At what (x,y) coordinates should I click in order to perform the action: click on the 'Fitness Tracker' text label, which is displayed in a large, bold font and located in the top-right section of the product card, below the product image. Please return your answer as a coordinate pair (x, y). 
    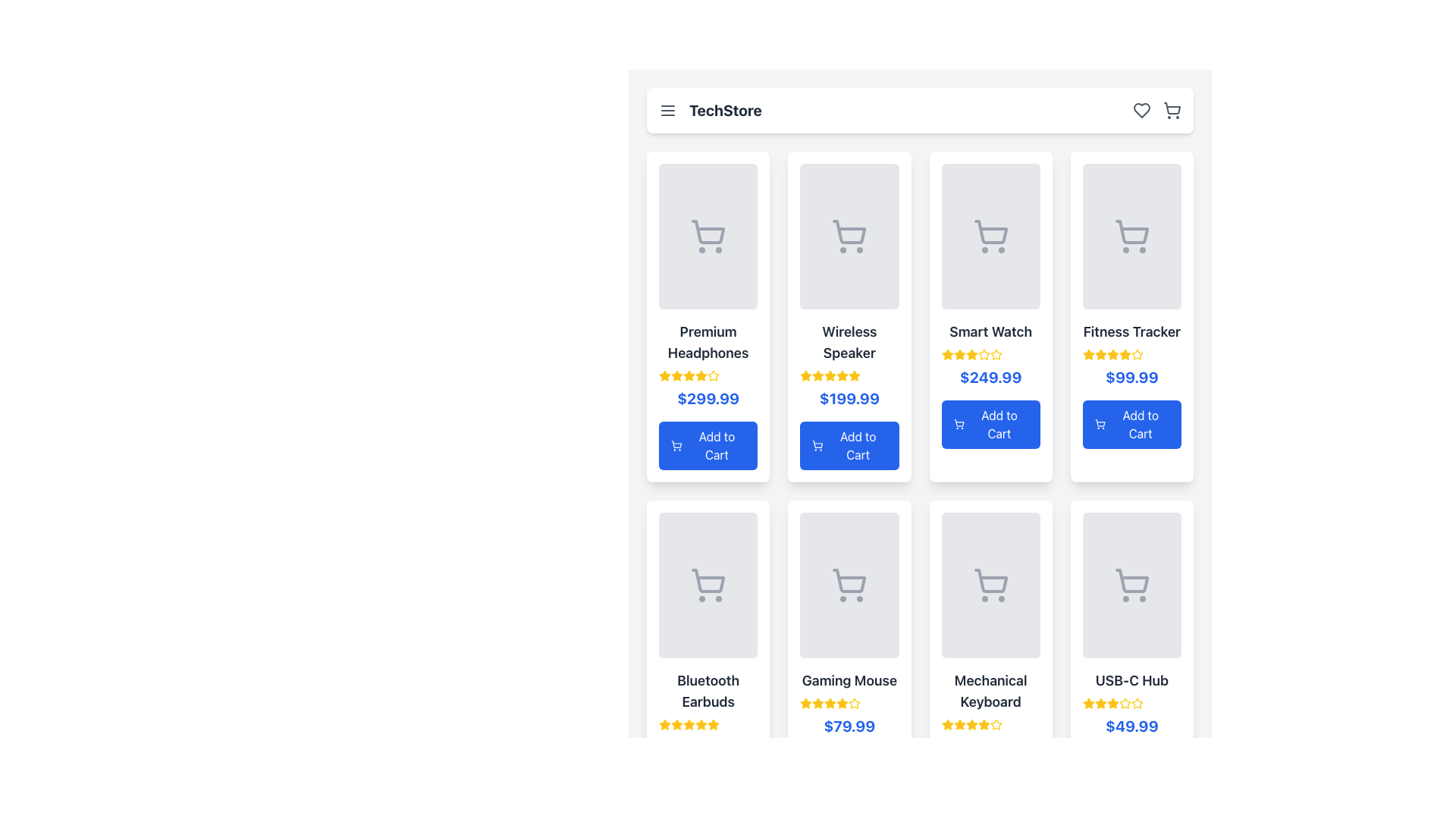
    Looking at the image, I should click on (1131, 331).